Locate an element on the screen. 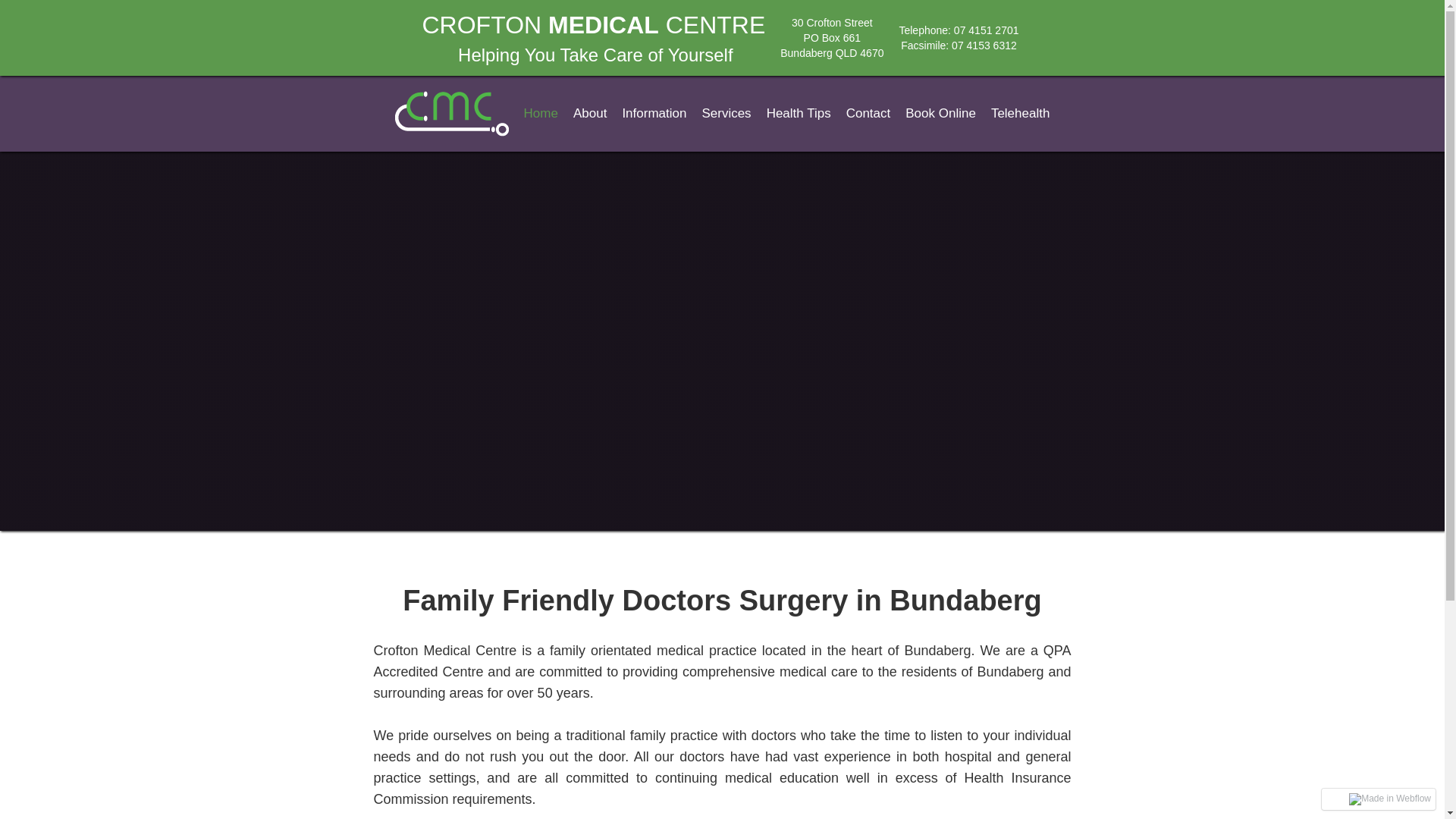 This screenshot has height=819, width=1456. '07 4151 2701' is located at coordinates (952, 30).